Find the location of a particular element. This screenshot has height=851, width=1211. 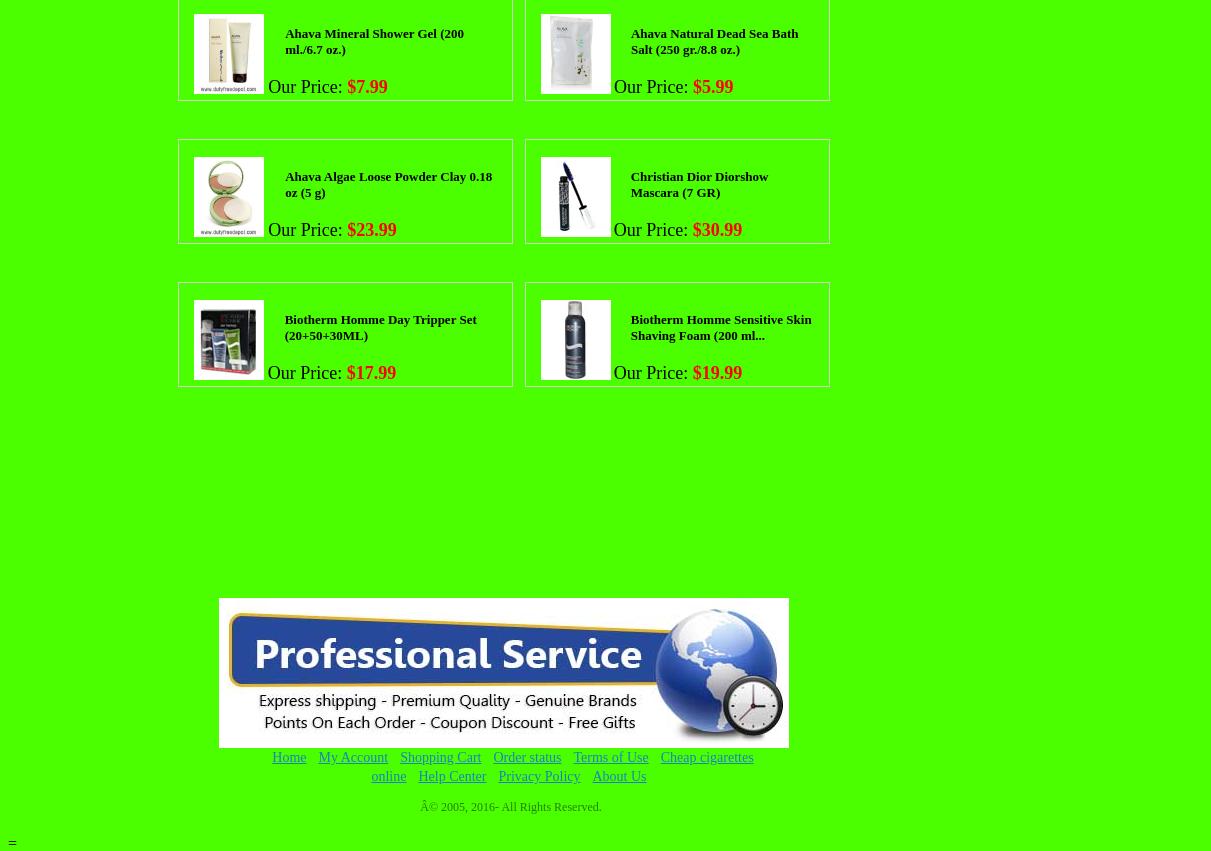

'Â© 2005, 2016- All Rights Reserved.' is located at coordinates (510, 804).